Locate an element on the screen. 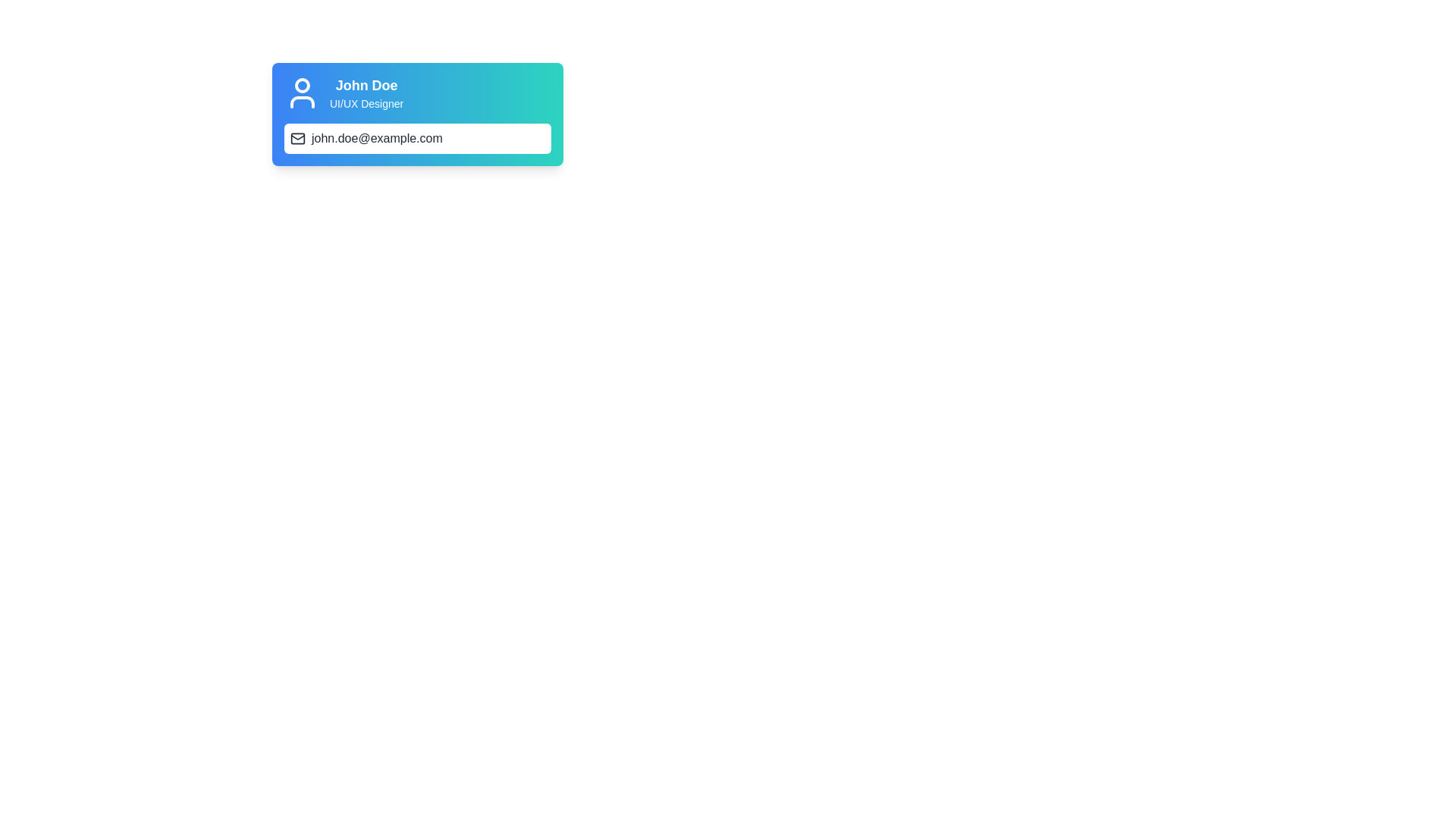  the rectangular section containing the envelope icon and the email address 'john.doe@example.com' with rounded corners and a white background, located near the bottom right of the user details section is located at coordinates (418, 138).